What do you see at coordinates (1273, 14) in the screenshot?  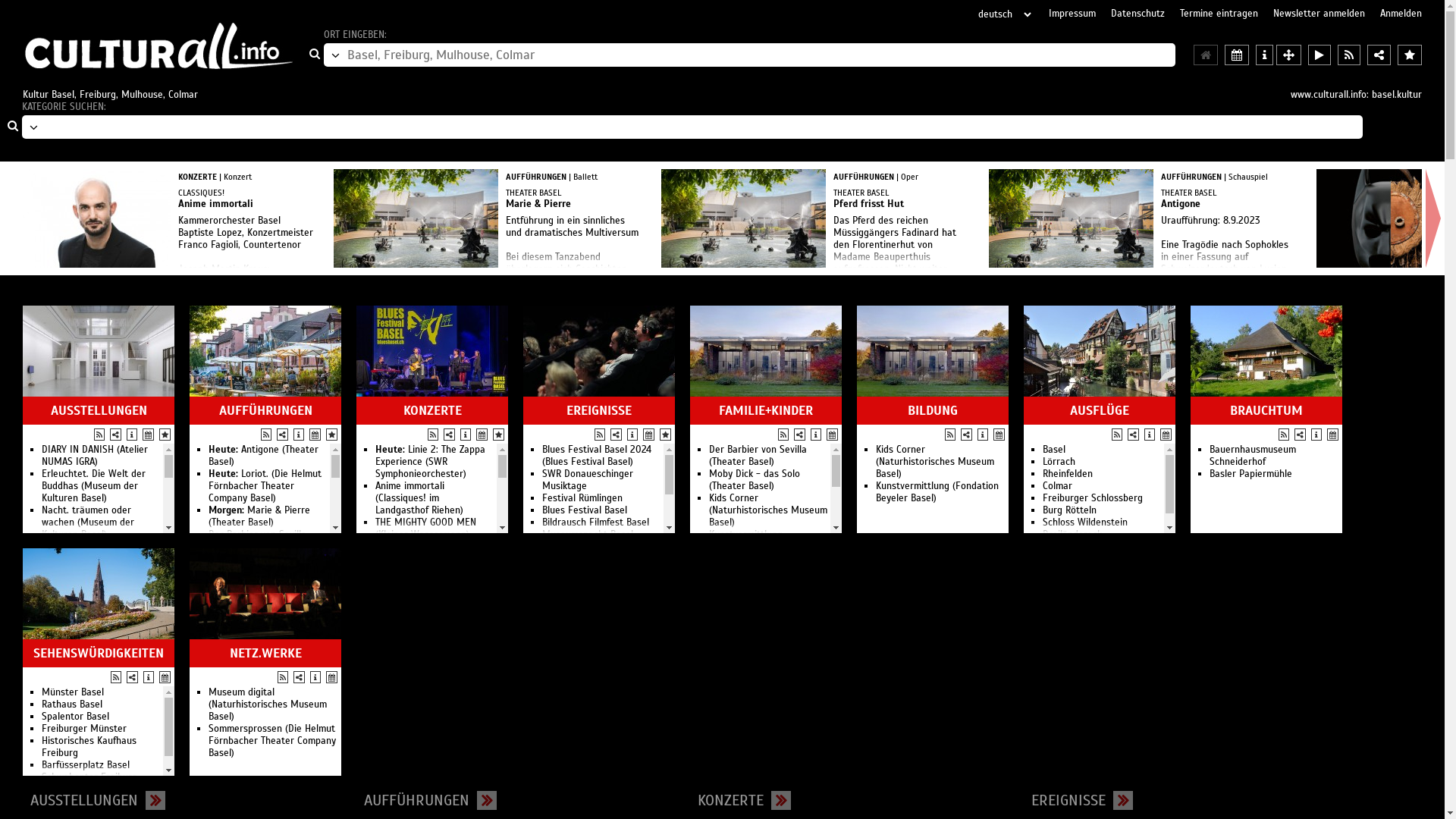 I see `'Newsletter anmelden'` at bounding box center [1273, 14].